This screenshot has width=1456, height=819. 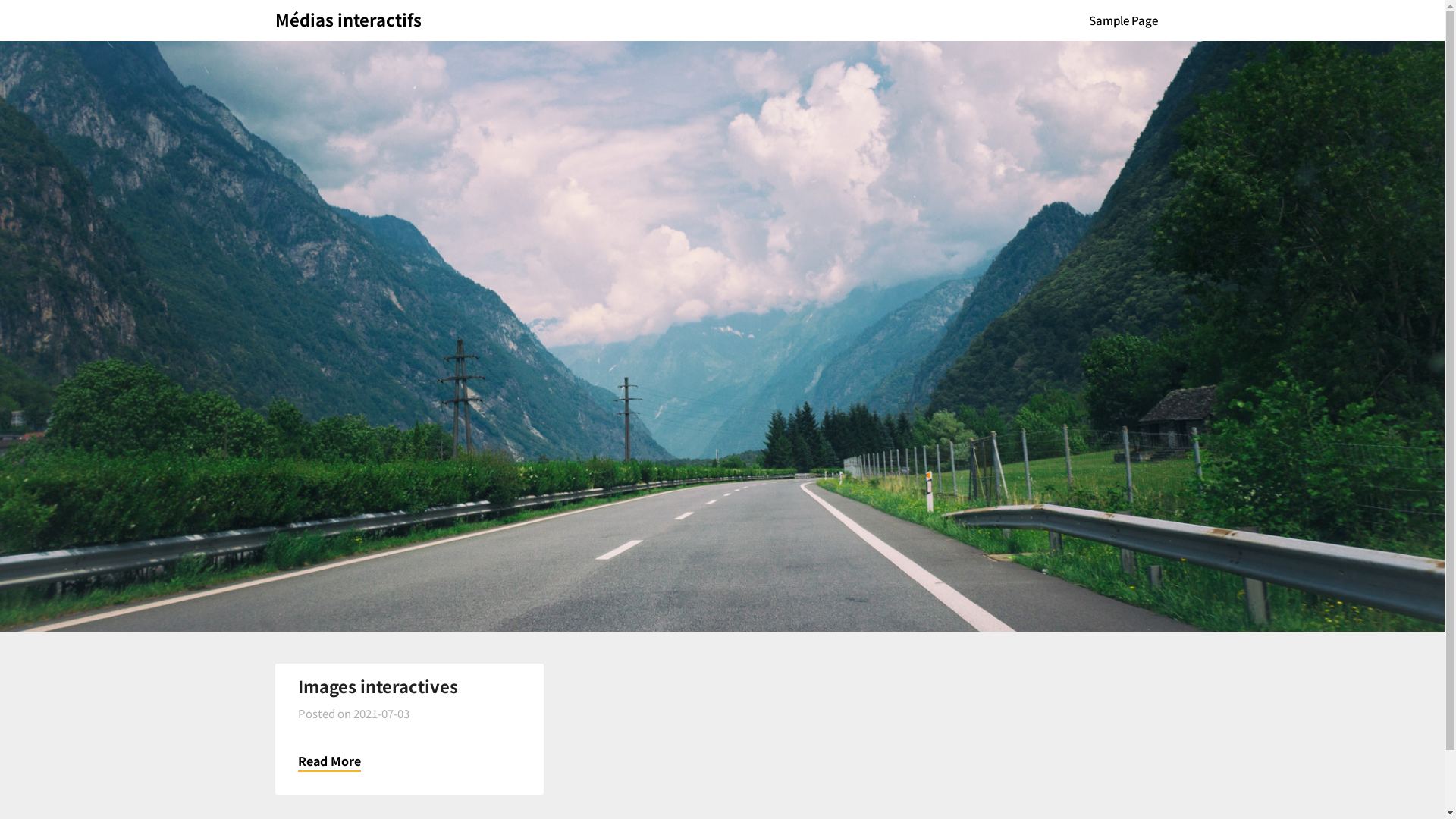 I want to click on 'Images interactives', so click(x=377, y=685).